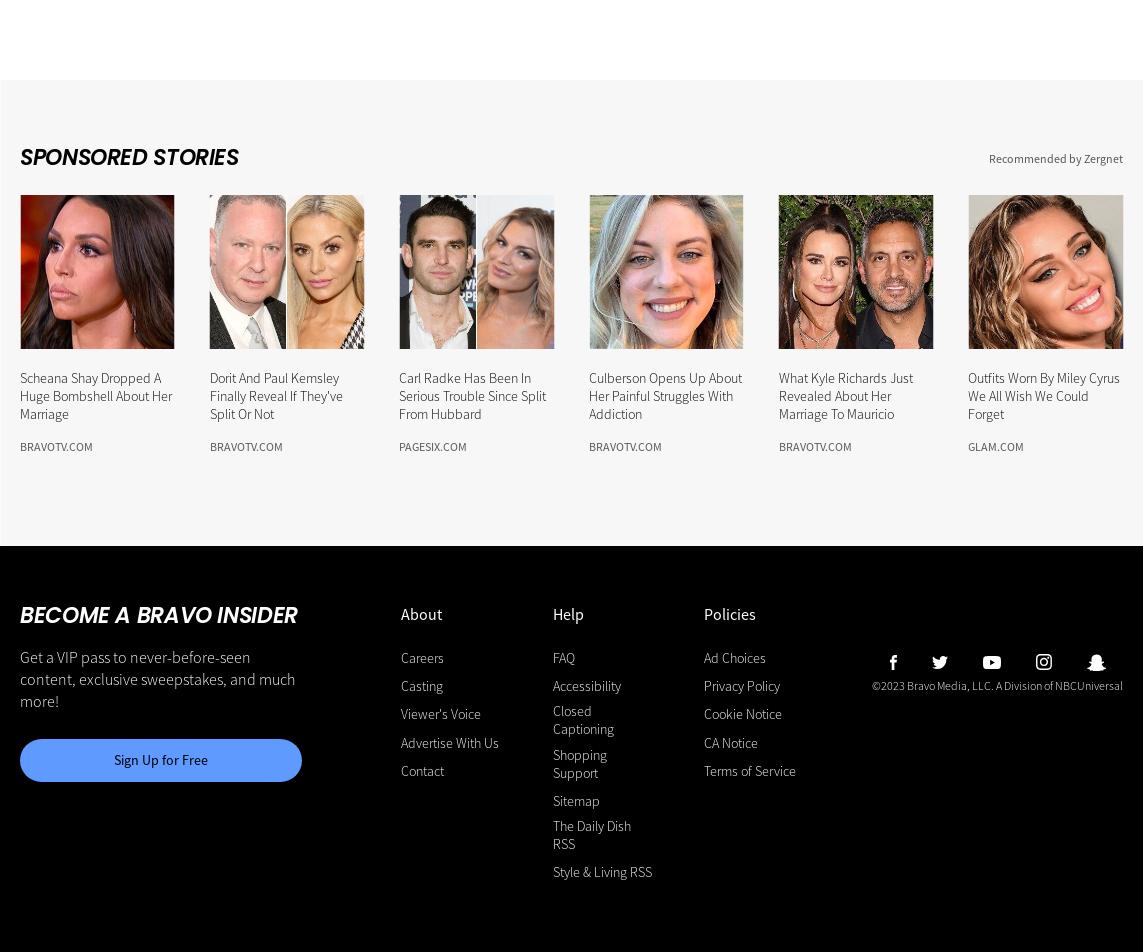 This screenshot has height=952, width=1143. Describe the element at coordinates (1058, 685) in the screenshot. I see `'A Division of NBCUniversal'` at that location.